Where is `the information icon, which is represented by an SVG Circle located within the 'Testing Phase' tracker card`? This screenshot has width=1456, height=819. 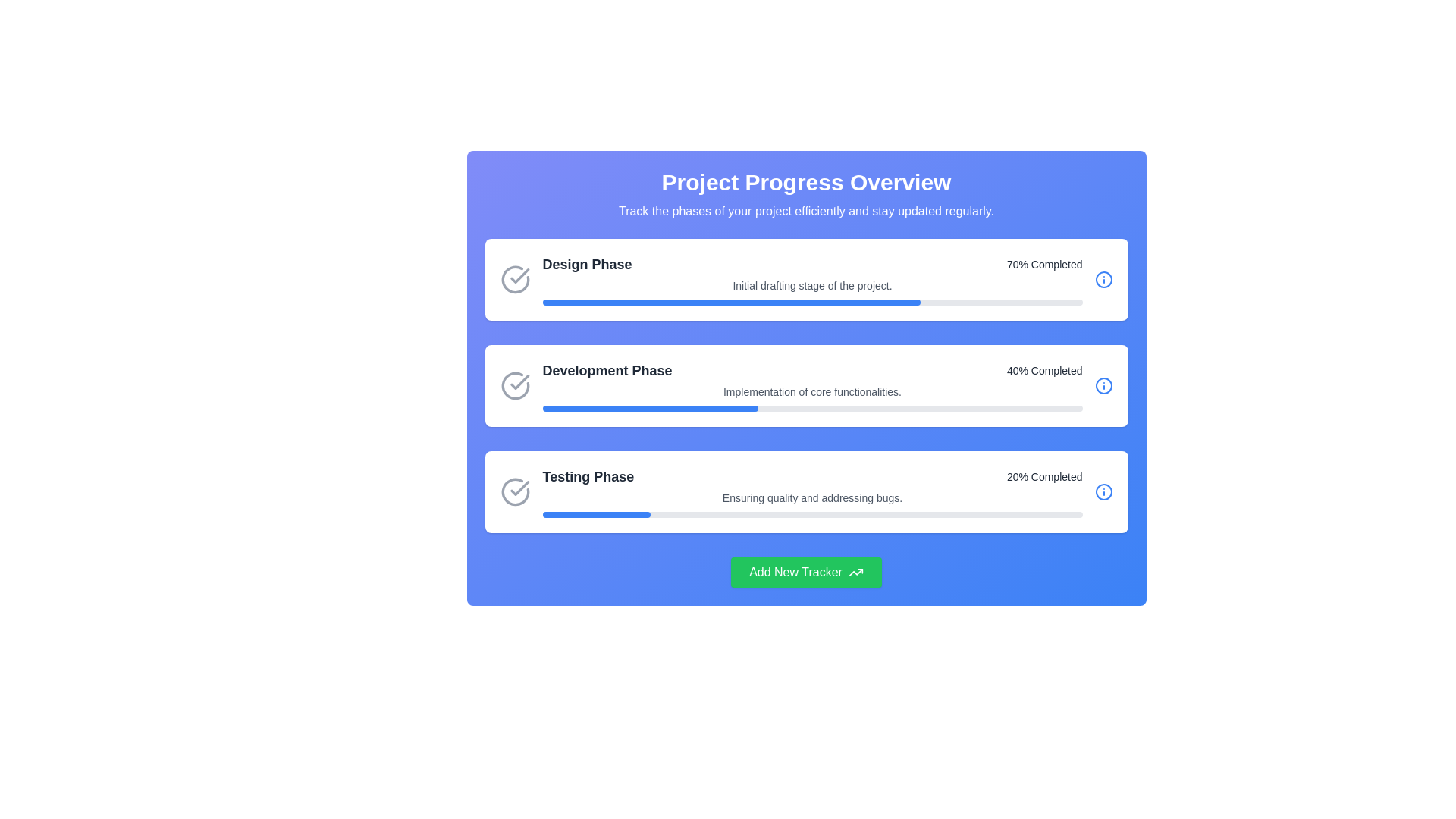
the information icon, which is represented by an SVG Circle located within the 'Testing Phase' tracker card is located at coordinates (1103, 491).